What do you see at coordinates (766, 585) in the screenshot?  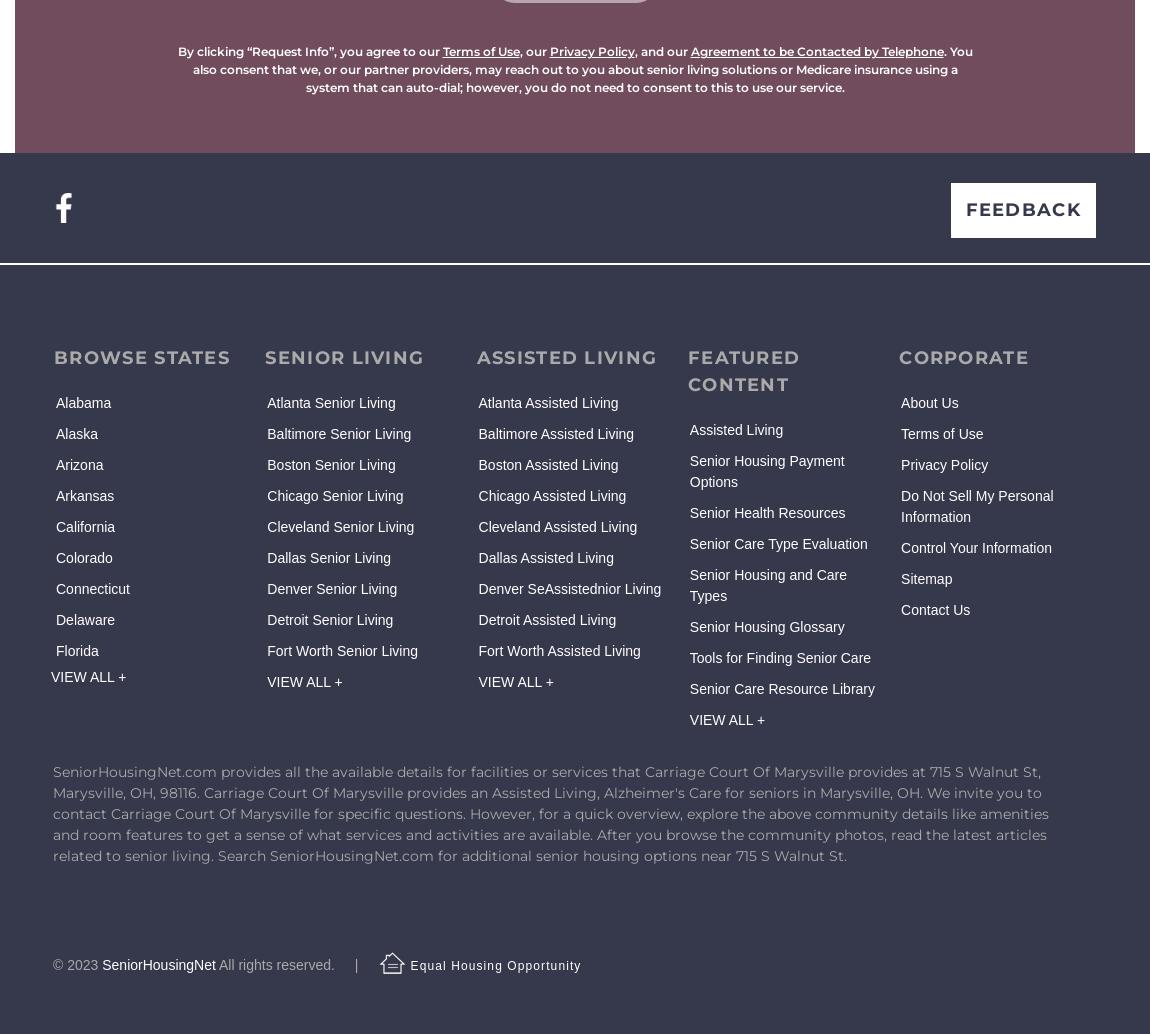 I see `'Senior Housing and Care Types'` at bounding box center [766, 585].